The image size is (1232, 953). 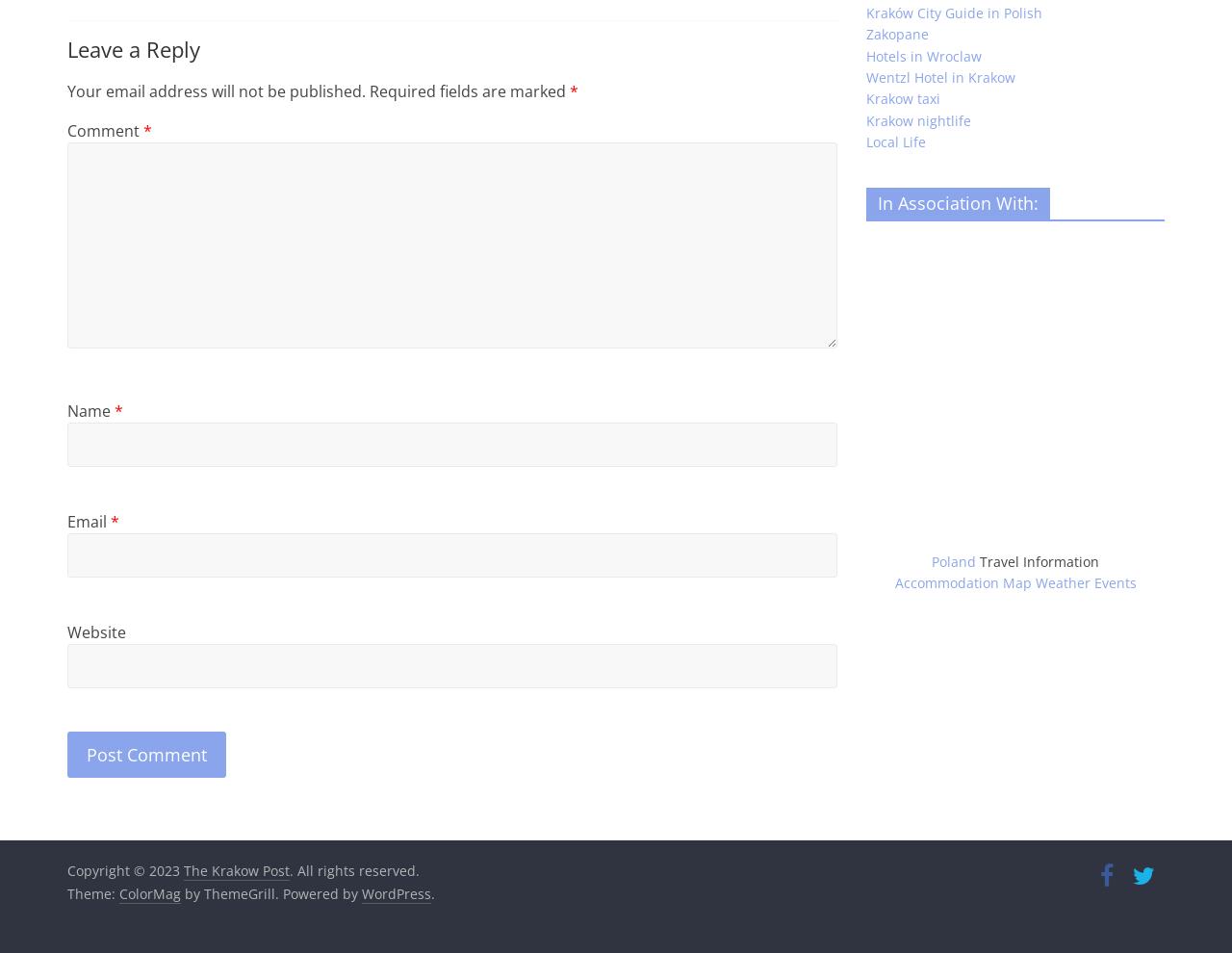 What do you see at coordinates (940, 76) in the screenshot?
I see `'Wentzl Hotel in Krakow'` at bounding box center [940, 76].